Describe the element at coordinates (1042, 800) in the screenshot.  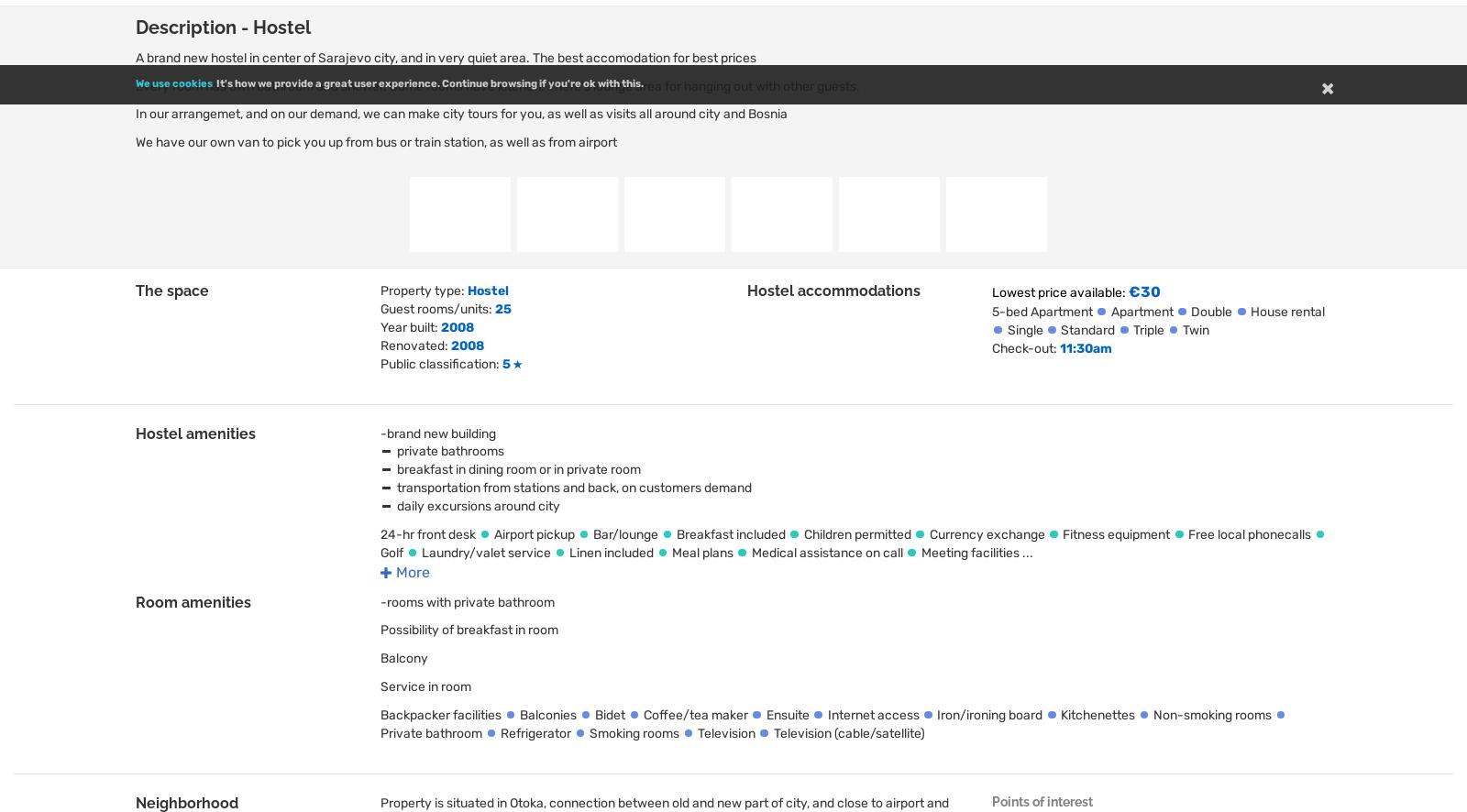
I see `'Points of interest'` at that location.